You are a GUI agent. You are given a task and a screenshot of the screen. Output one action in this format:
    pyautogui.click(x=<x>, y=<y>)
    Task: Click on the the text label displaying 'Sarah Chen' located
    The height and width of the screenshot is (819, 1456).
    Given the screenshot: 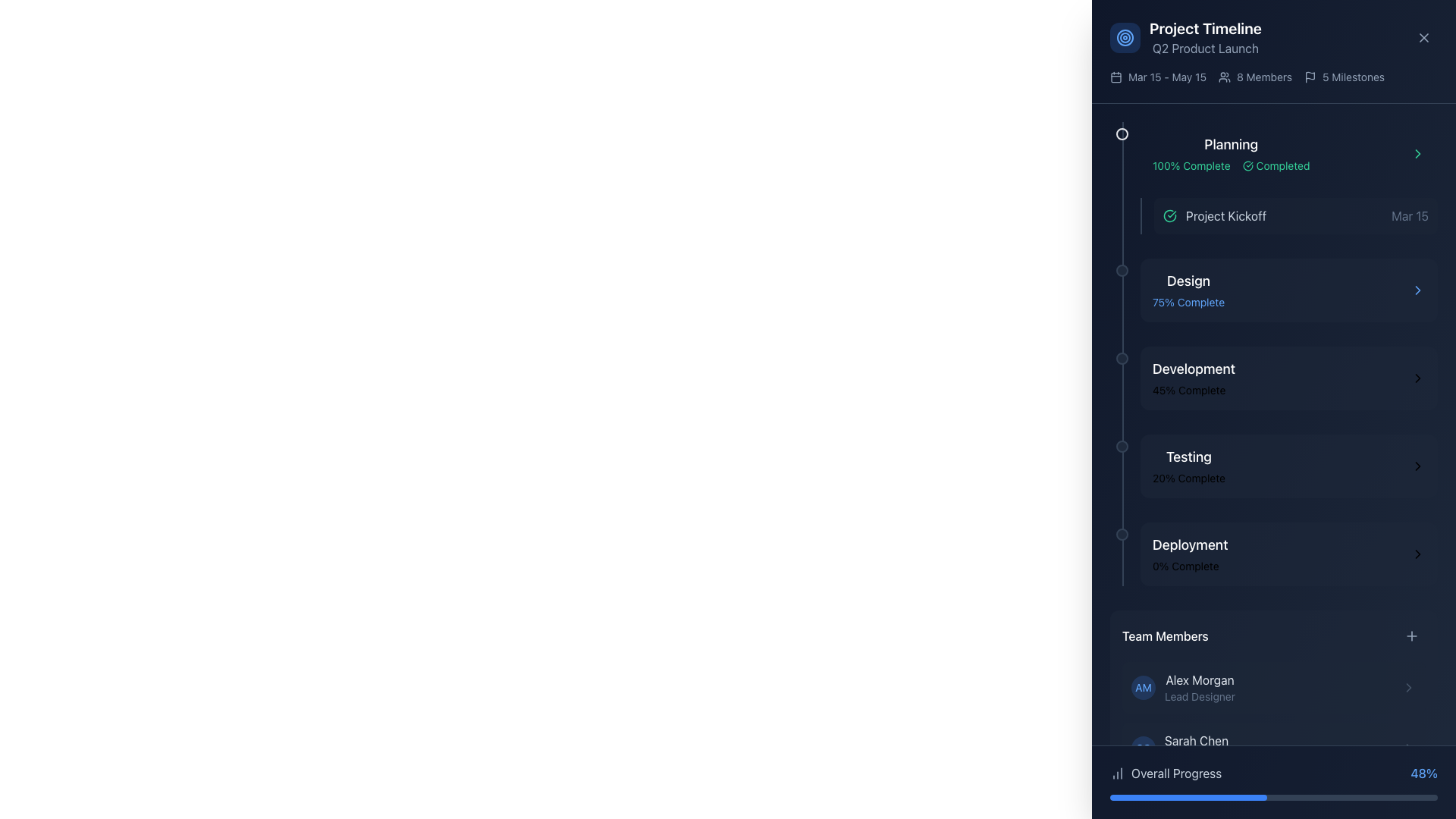 What is the action you would take?
    pyautogui.click(x=1196, y=739)
    